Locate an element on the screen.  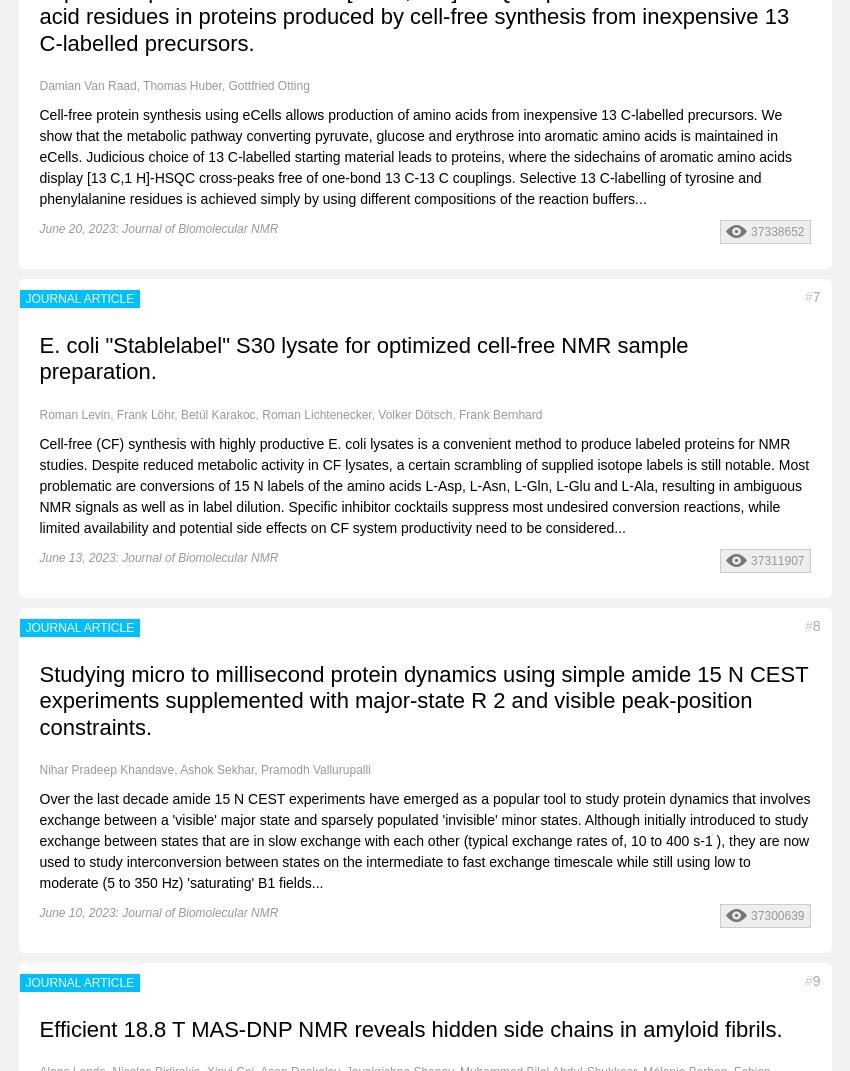
'Efficient 18.8 T MAS-DNP NMR reveals hidden side chains in amyloid fibrils.' is located at coordinates (410, 1029).